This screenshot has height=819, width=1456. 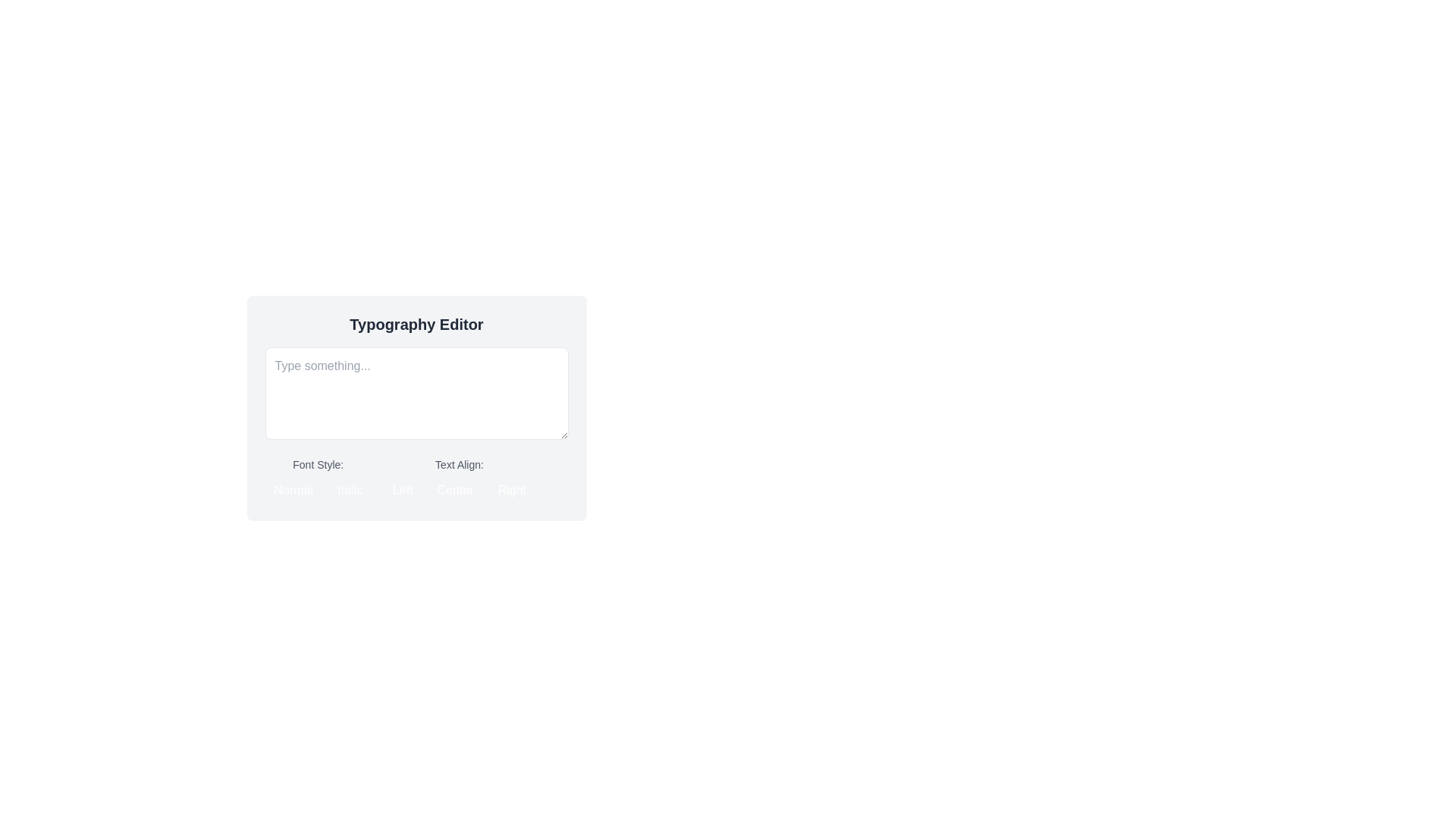 What do you see at coordinates (403, 491) in the screenshot?
I see `the leftmost 'Align Left' button in the 'Text Align' group of the 'Typography Editor' interface for keyboard interaction` at bounding box center [403, 491].